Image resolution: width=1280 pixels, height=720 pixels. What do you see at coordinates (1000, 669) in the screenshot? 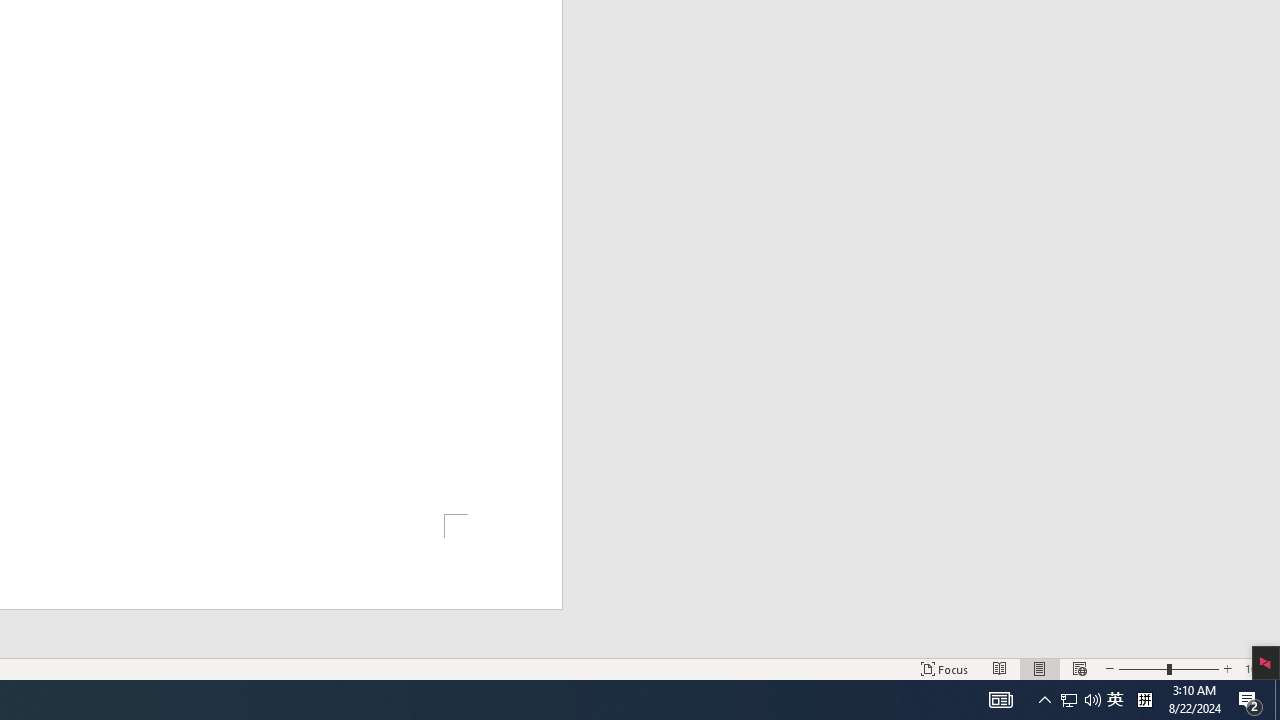
I see `'Read Mode'` at bounding box center [1000, 669].